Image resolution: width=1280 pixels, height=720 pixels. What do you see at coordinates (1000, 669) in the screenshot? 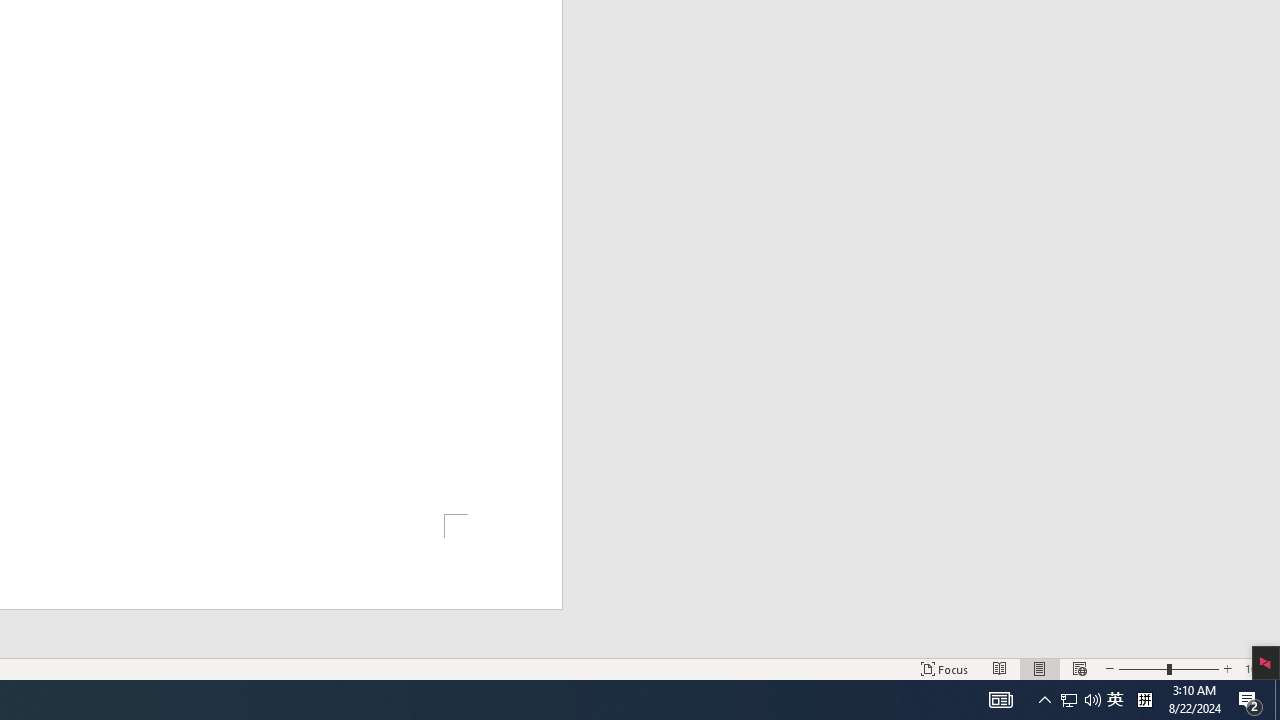
I see `'Read Mode'` at bounding box center [1000, 669].